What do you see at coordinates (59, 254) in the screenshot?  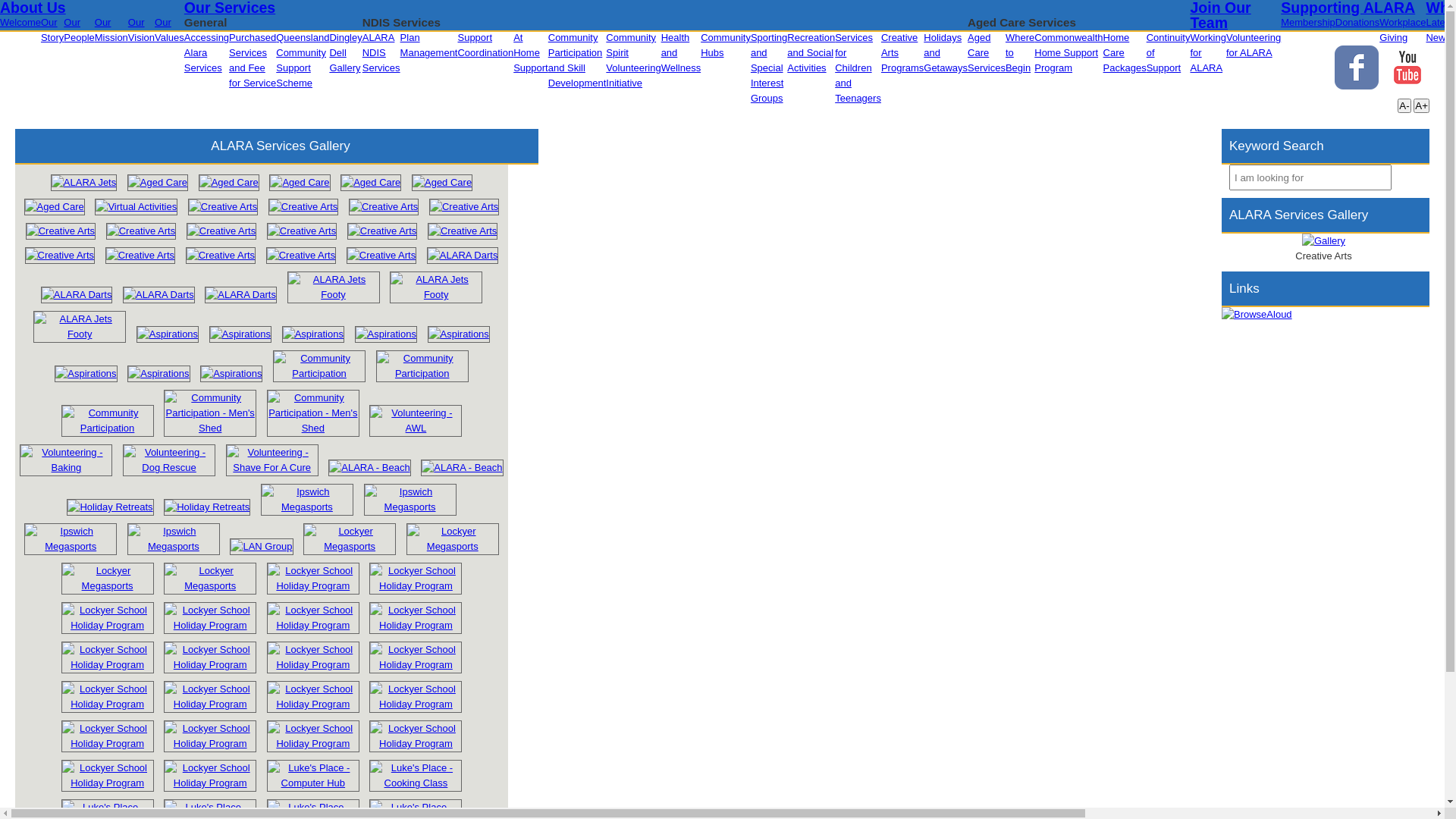 I see `'Creative Arts'` at bounding box center [59, 254].